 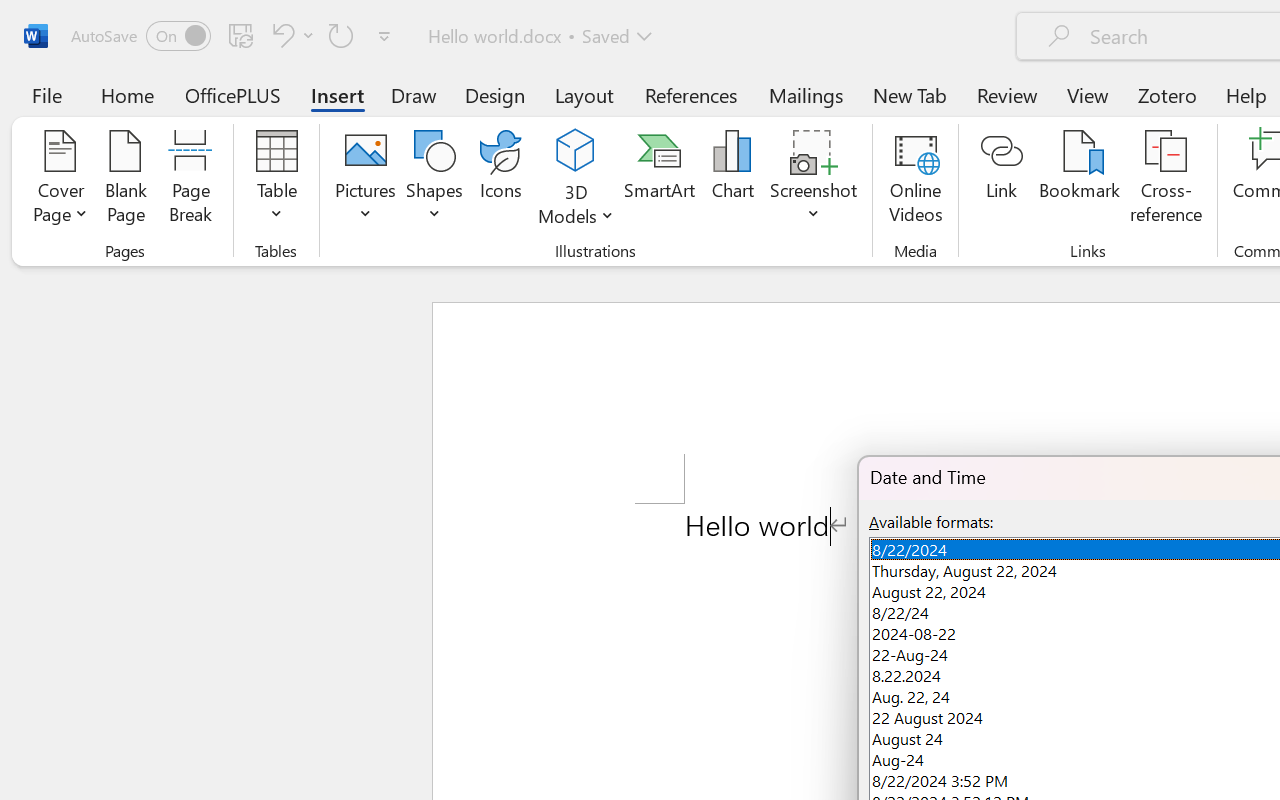 I want to click on 'Chart...', so click(x=731, y=179).